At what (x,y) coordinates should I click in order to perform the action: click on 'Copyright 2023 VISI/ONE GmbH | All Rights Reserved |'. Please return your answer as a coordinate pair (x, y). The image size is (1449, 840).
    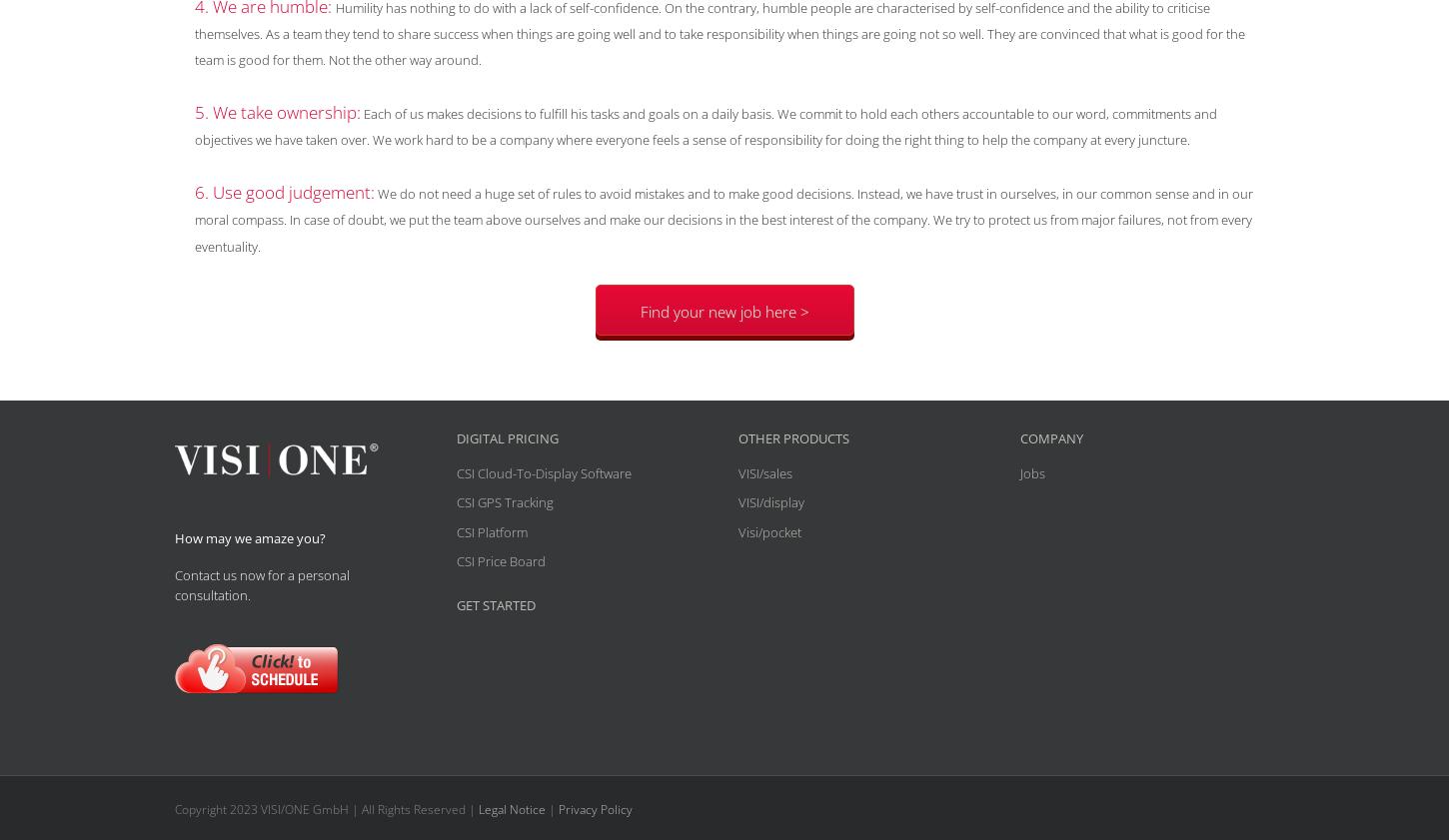
    Looking at the image, I should click on (326, 809).